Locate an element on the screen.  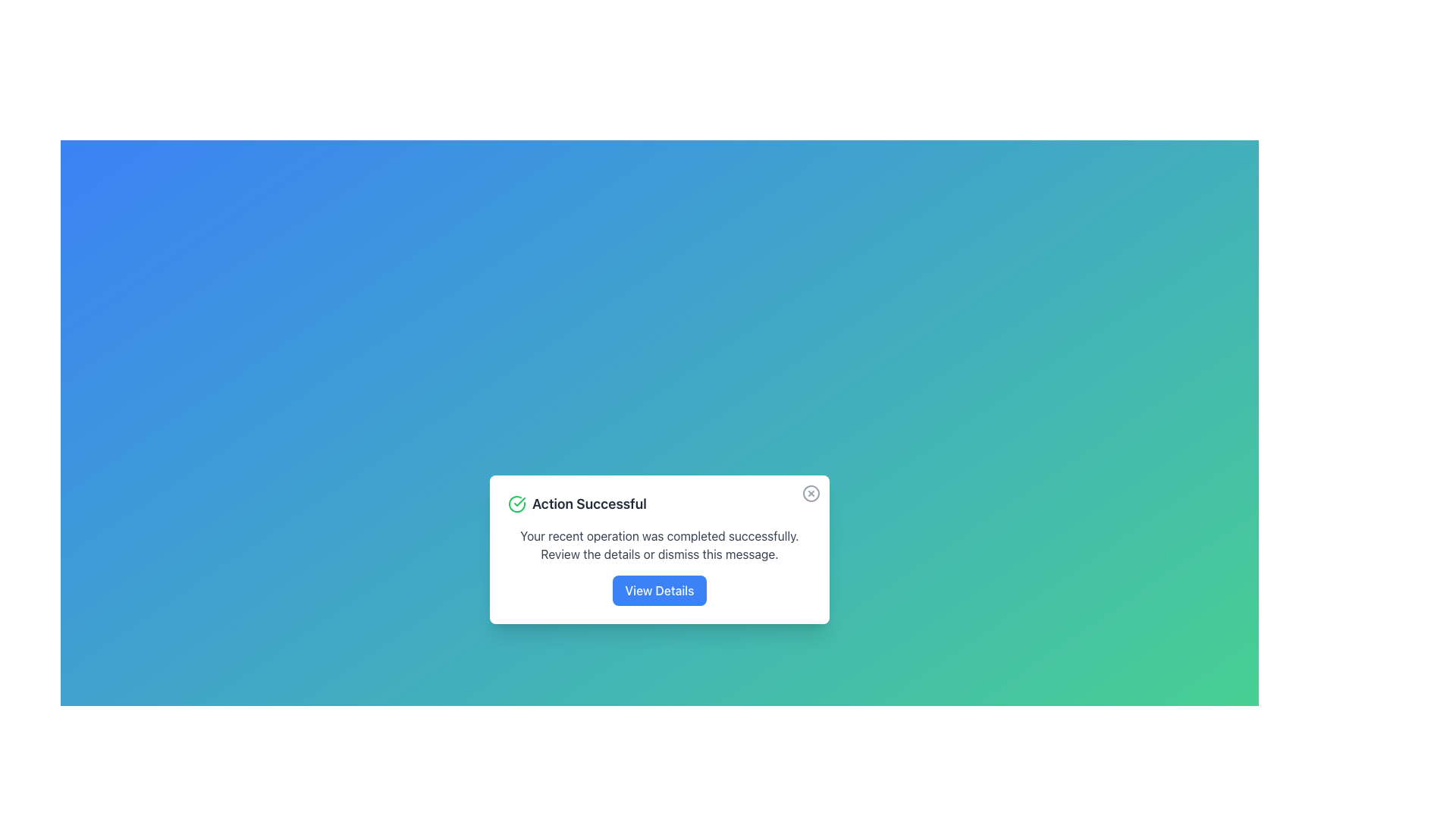
the 'View Details' button with a blue background and rounded corners to change its background color to a darker blue is located at coordinates (659, 590).